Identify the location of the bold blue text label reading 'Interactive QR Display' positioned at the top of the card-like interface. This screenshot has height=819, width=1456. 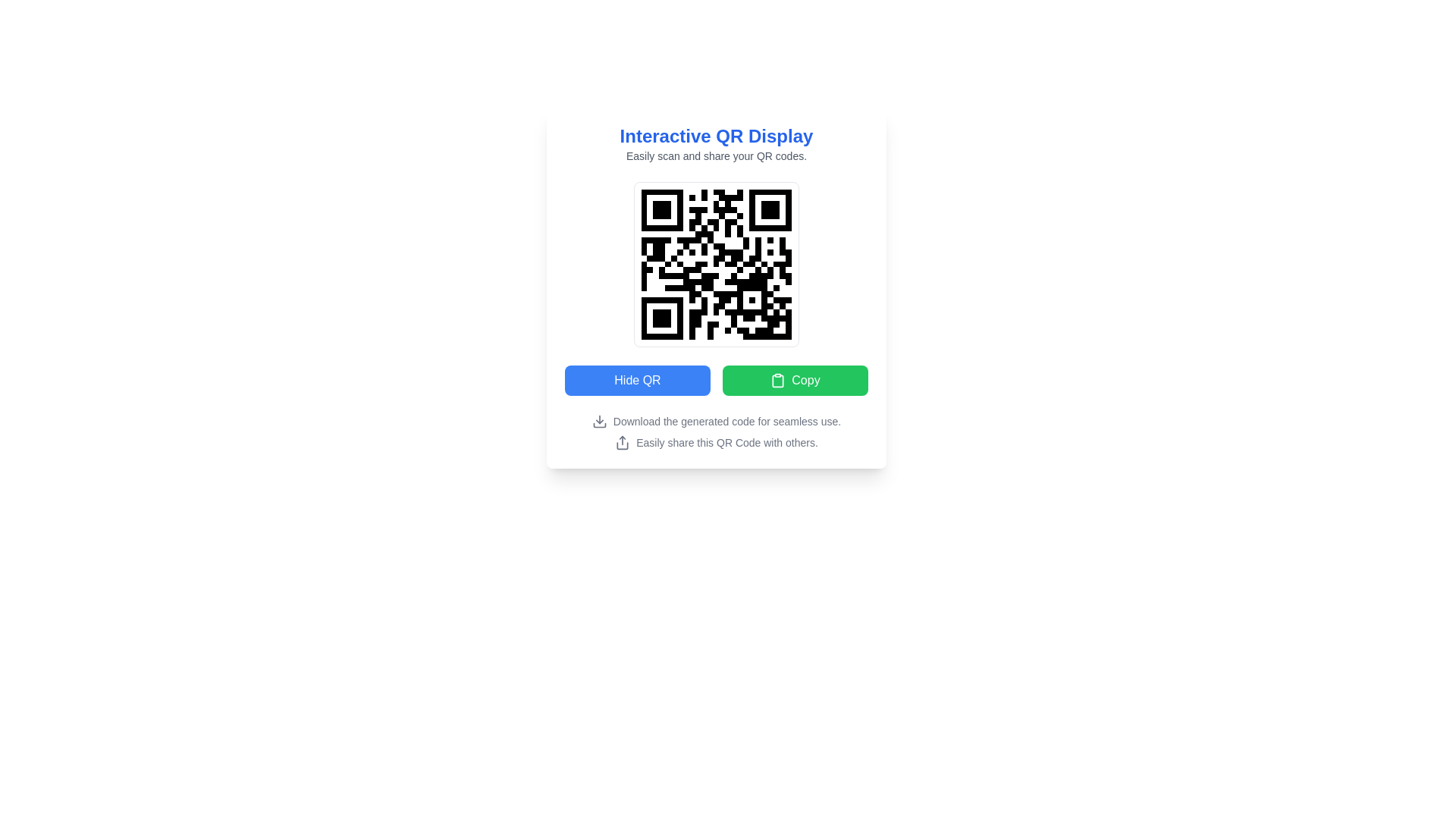
(716, 136).